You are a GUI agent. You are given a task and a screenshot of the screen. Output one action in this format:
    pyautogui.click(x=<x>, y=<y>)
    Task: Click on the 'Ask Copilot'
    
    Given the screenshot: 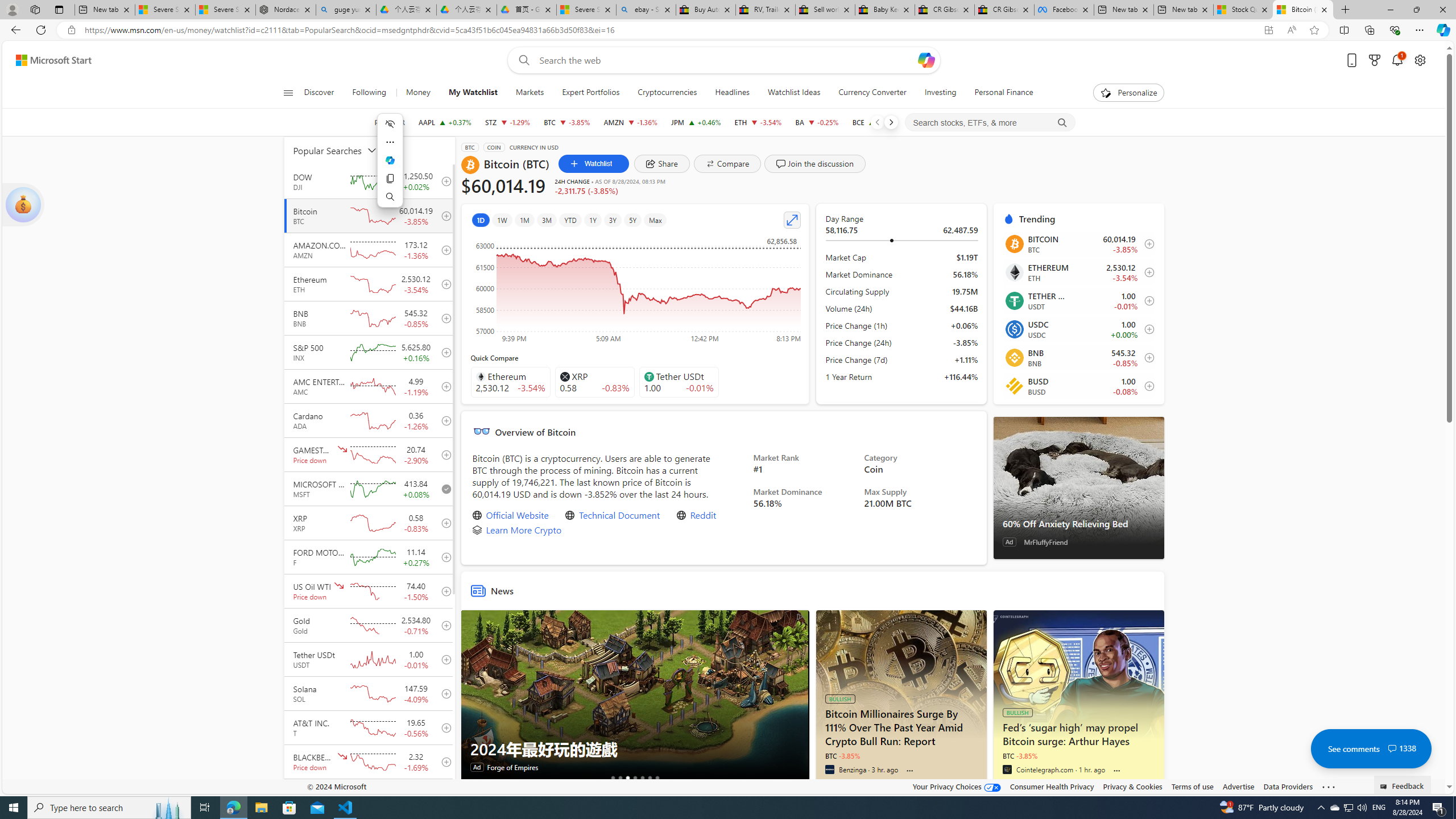 What is the action you would take?
    pyautogui.click(x=390, y=160)
    